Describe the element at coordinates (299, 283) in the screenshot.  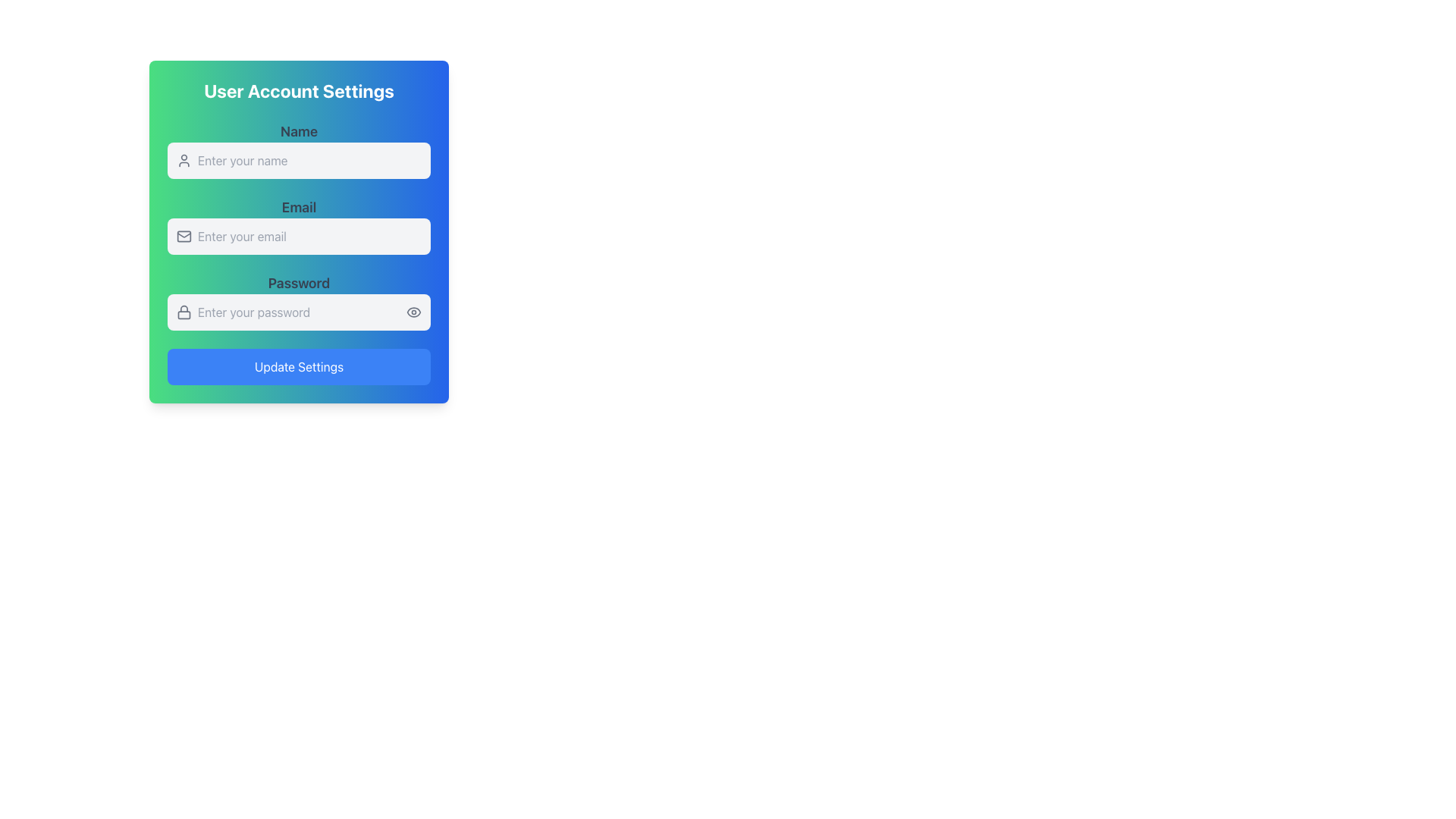
I see `the Text label that indicates where to enter the user's password, located above the password input field in the User Account Settings section` at that location.